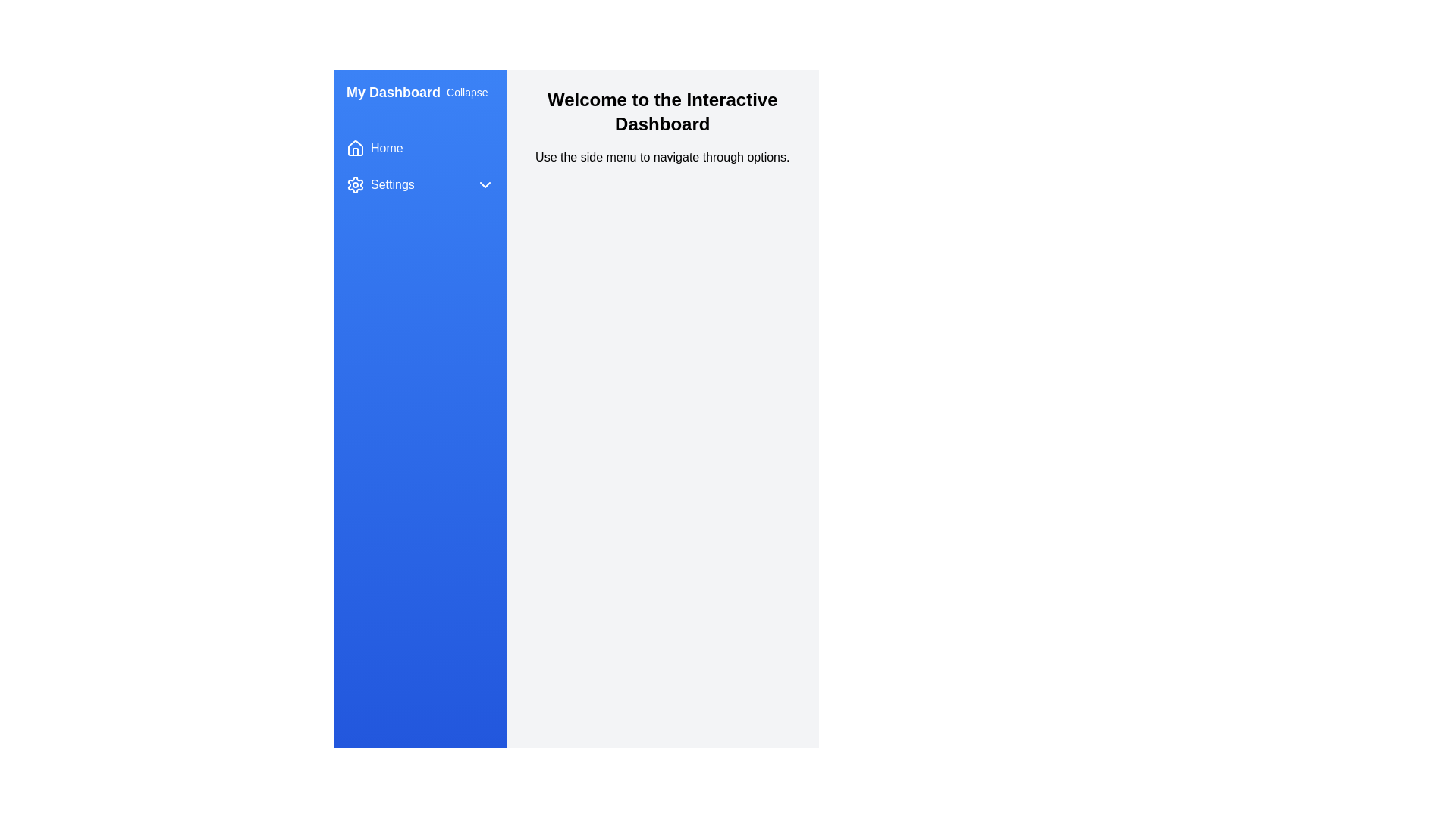 The height and width of the screenshot is (819, 1456). What do you see at coordinates (380, 184) in the screenshot?
I see `the Icon with text label located` at bounding box center [380, 184].